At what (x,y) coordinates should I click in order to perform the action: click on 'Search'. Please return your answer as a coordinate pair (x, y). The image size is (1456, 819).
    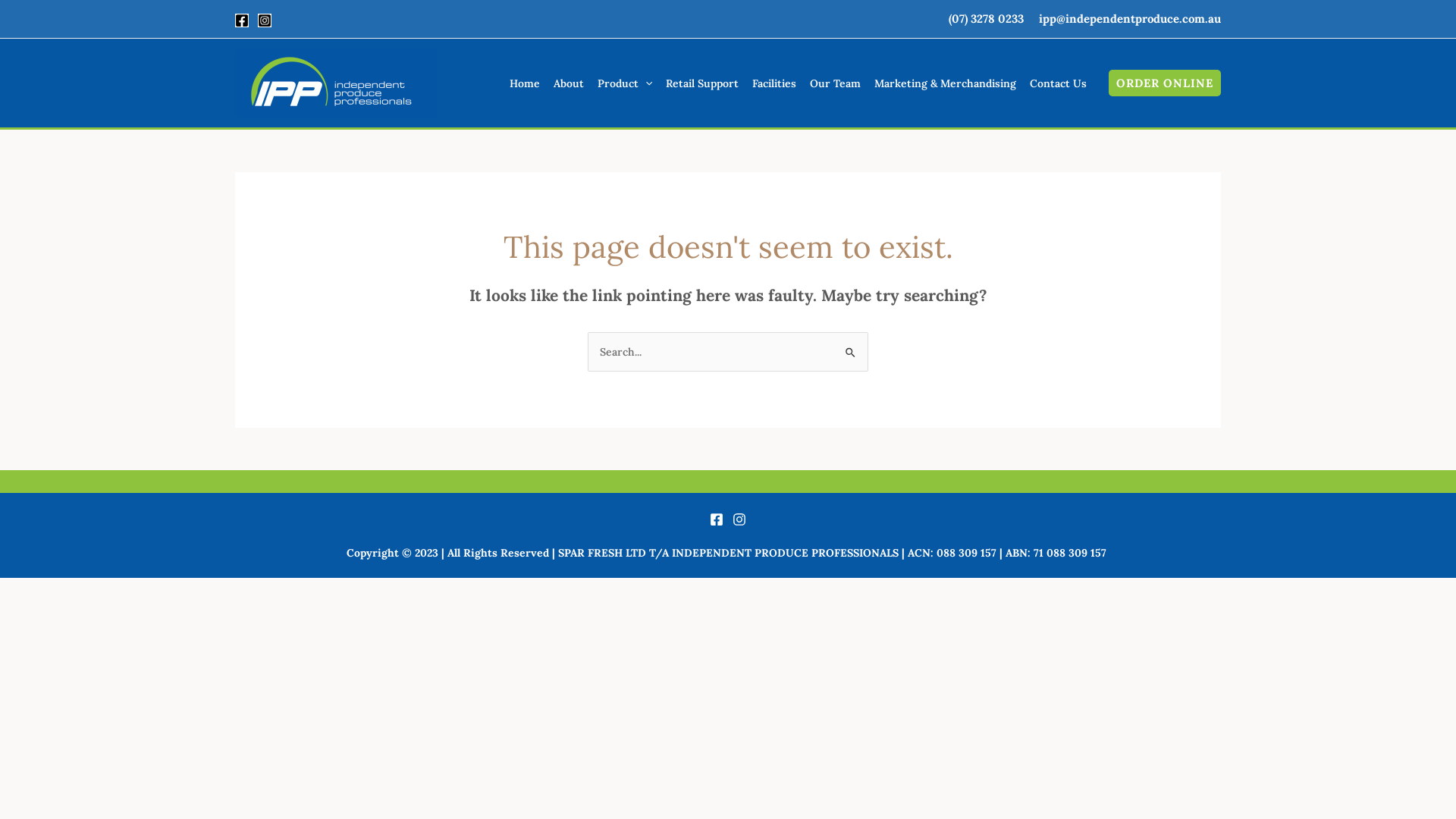
    Looking at the image, I should click on (833, 347).